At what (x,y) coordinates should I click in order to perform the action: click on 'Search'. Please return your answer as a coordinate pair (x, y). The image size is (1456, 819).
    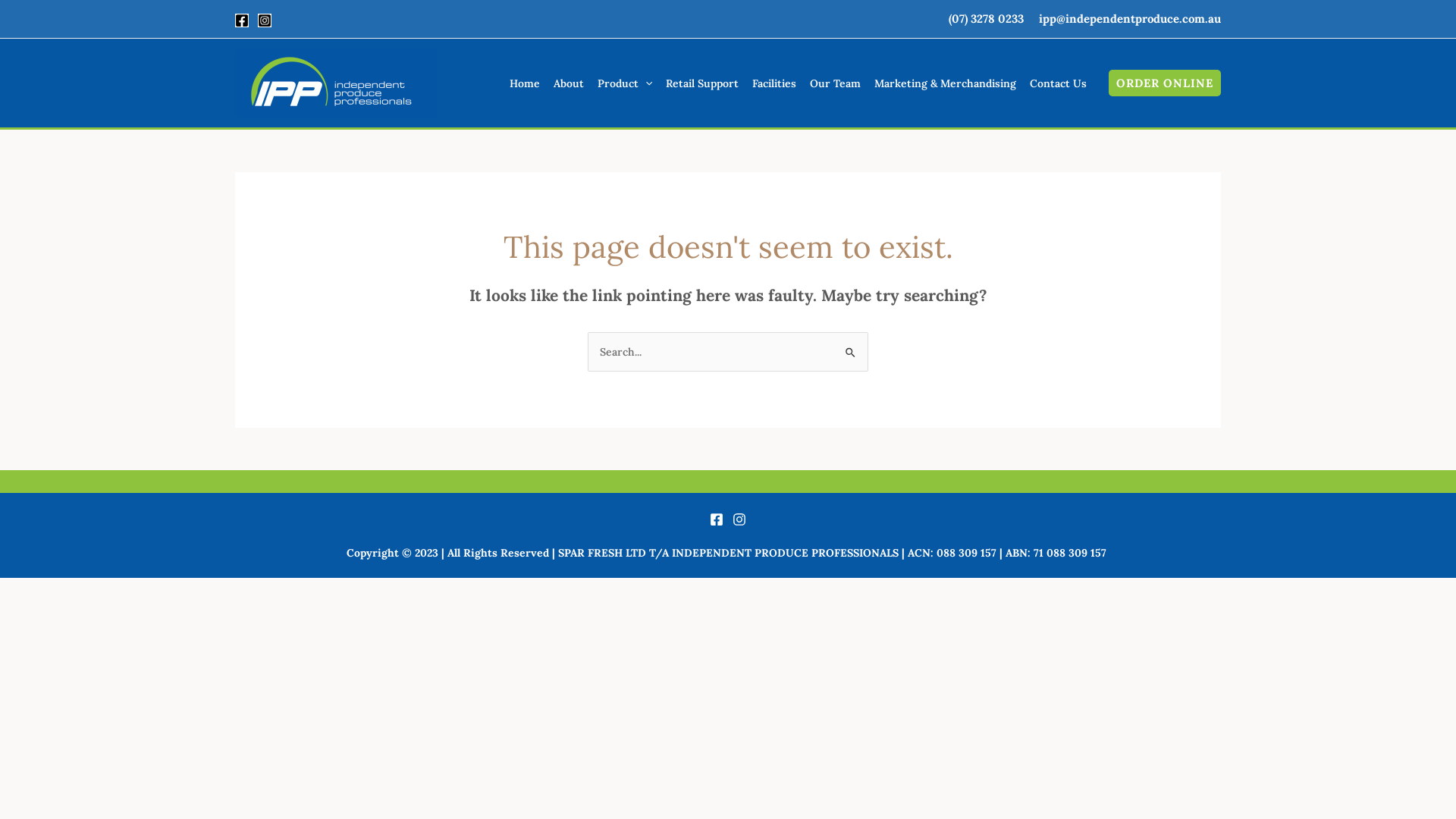
    Looking at the image, I should click on (833, 347).